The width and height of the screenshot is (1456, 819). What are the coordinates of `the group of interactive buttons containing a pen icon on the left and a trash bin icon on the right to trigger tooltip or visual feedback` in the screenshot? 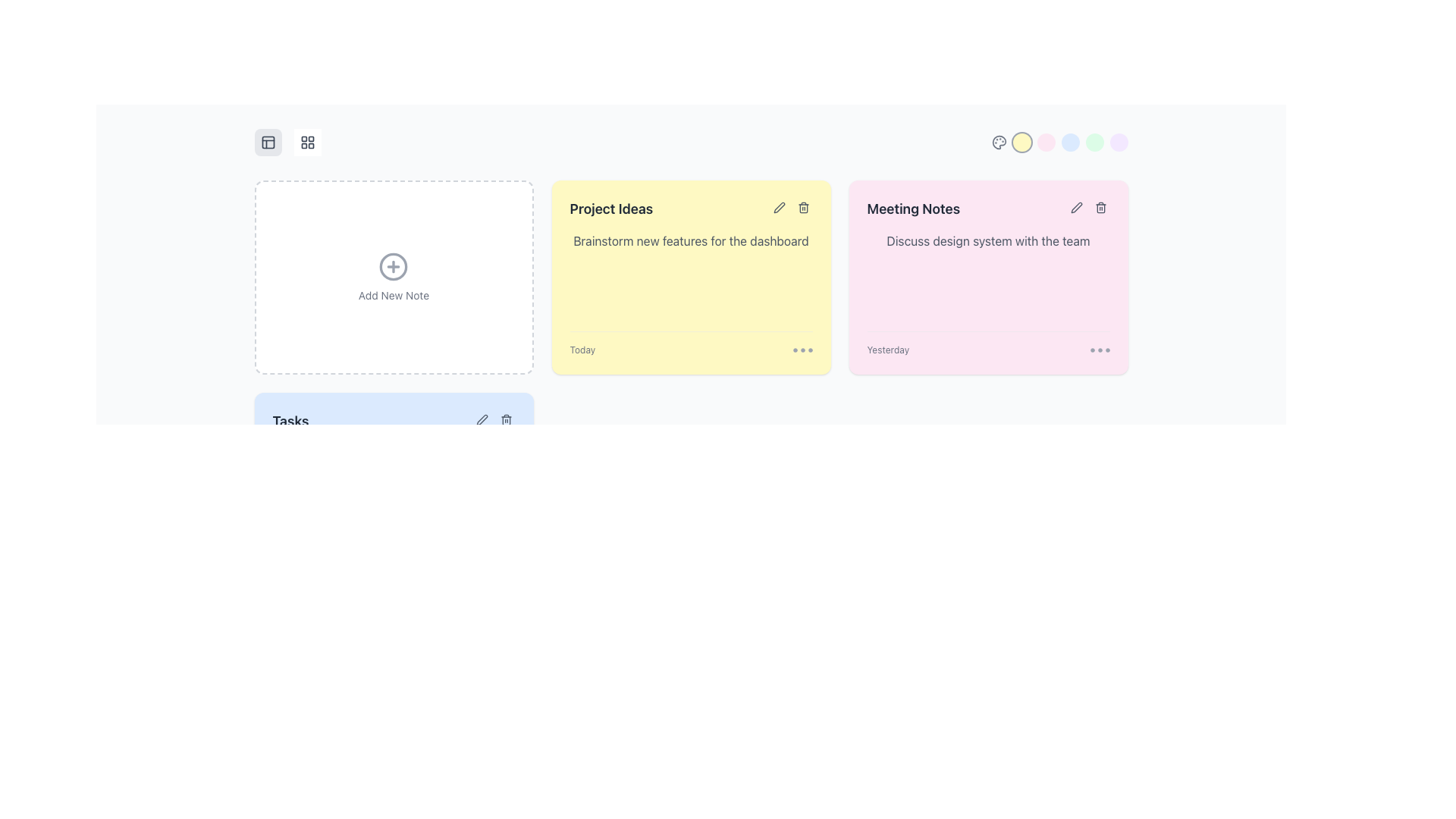 It's located at (494, 420).